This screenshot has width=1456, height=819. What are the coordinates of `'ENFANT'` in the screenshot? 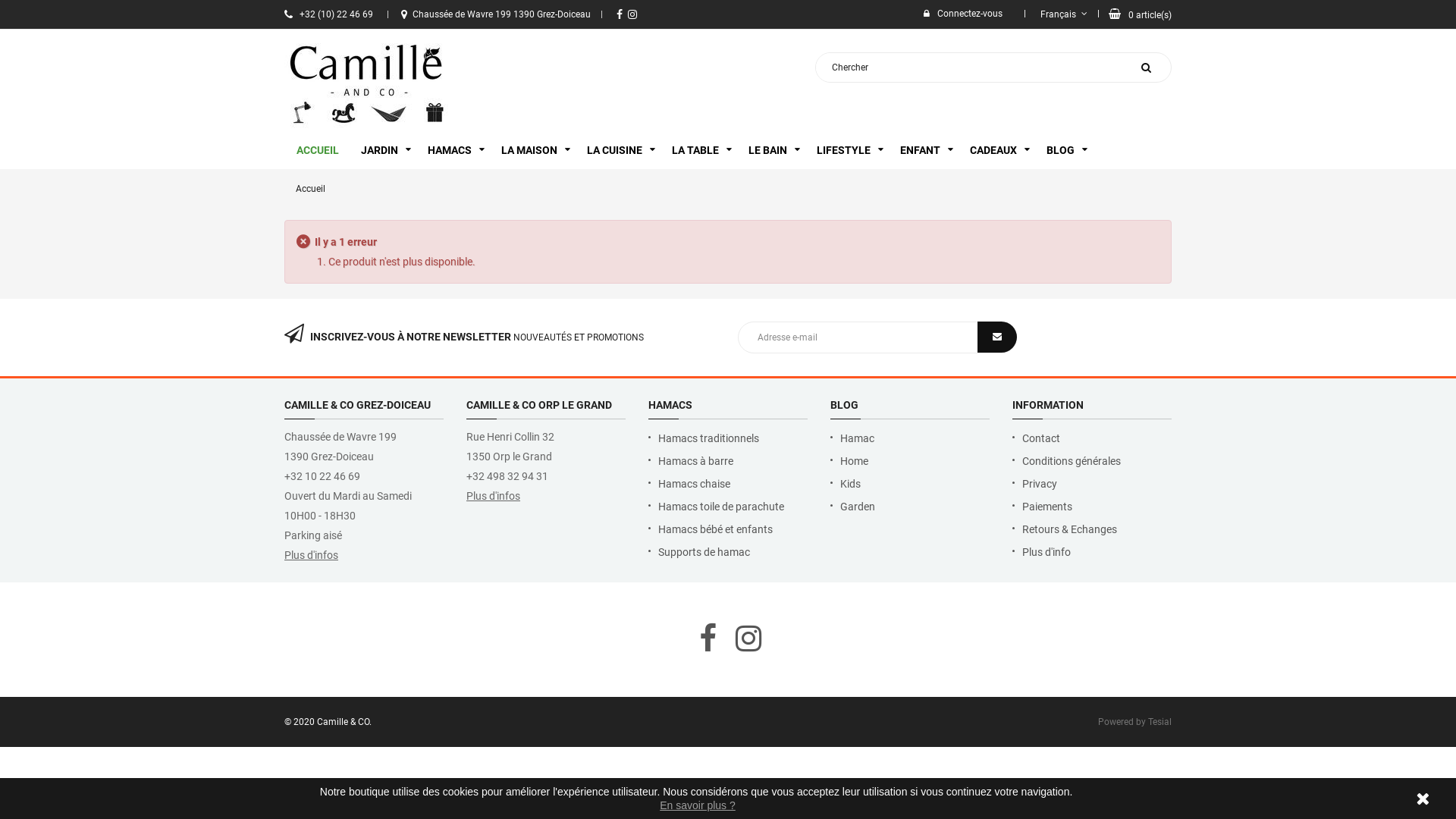 It's located at (891, 149).